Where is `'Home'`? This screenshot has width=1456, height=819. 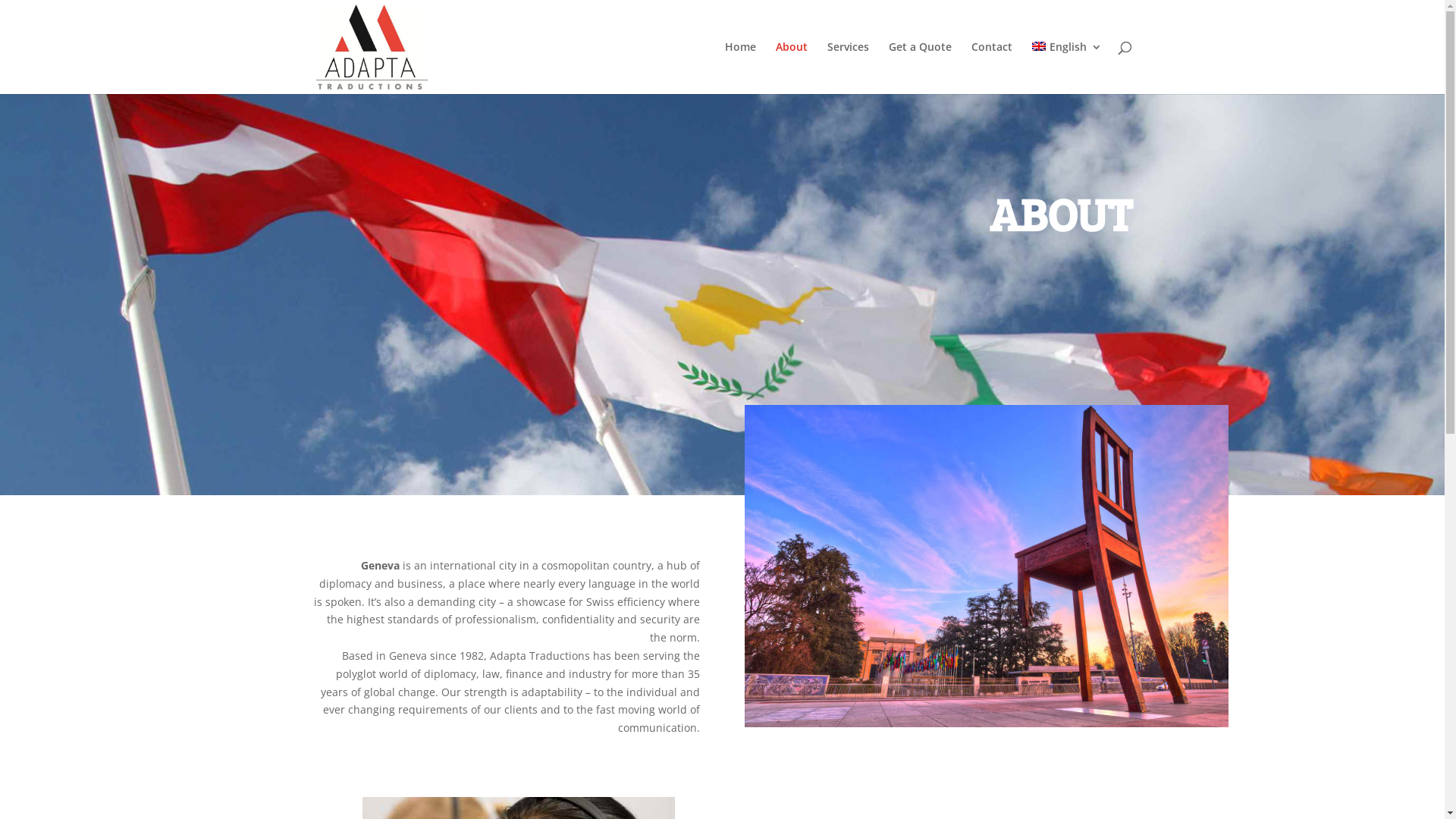 'Home' is located at coordinates (740, 67).